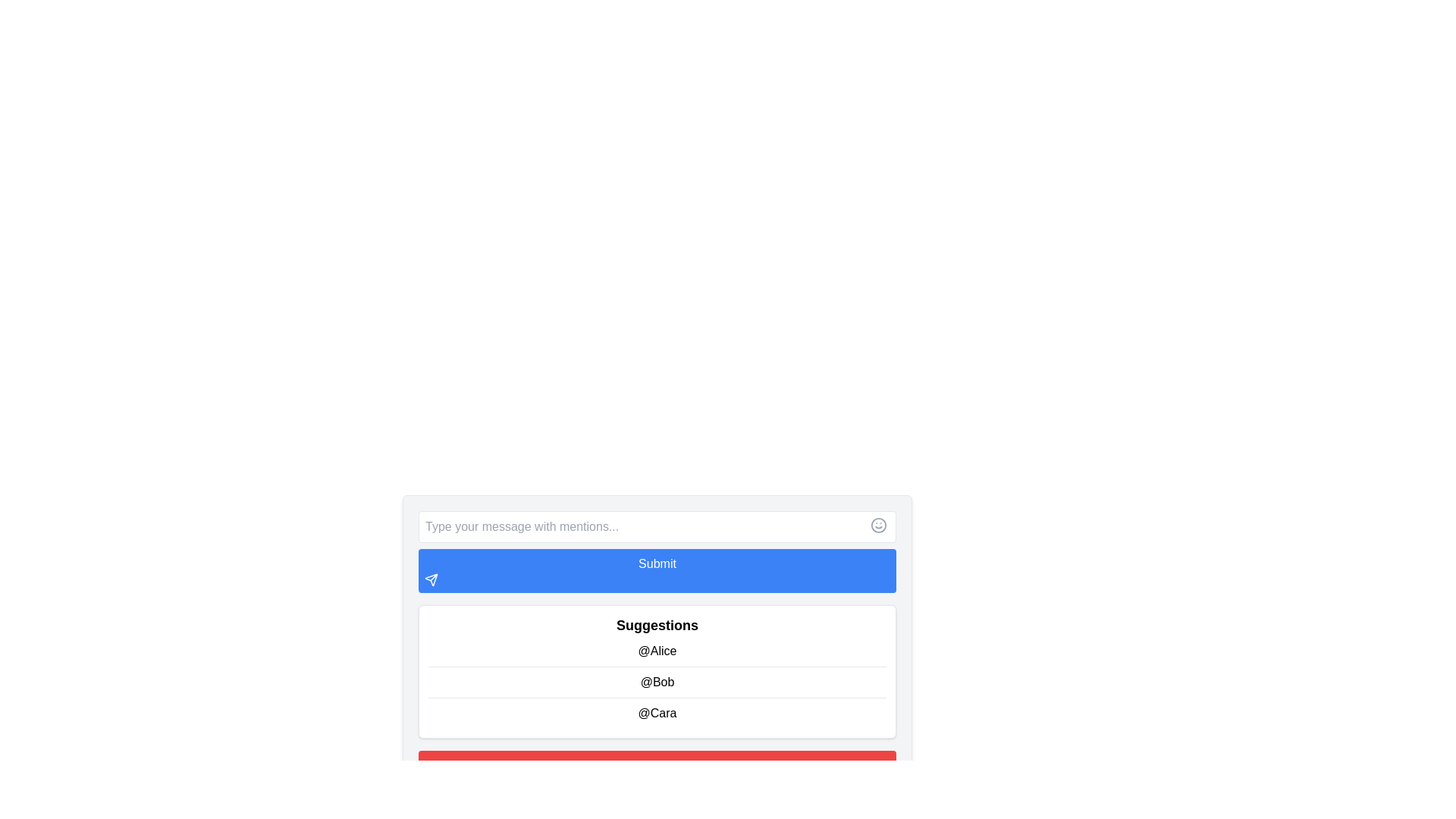 The height and width of the screenshot is (819, 1456). Describe the element at coordinates (657, 713) in the screenshot. I see `the third entry in the 'Suggestions' list, which represents a selectable option` at that location.